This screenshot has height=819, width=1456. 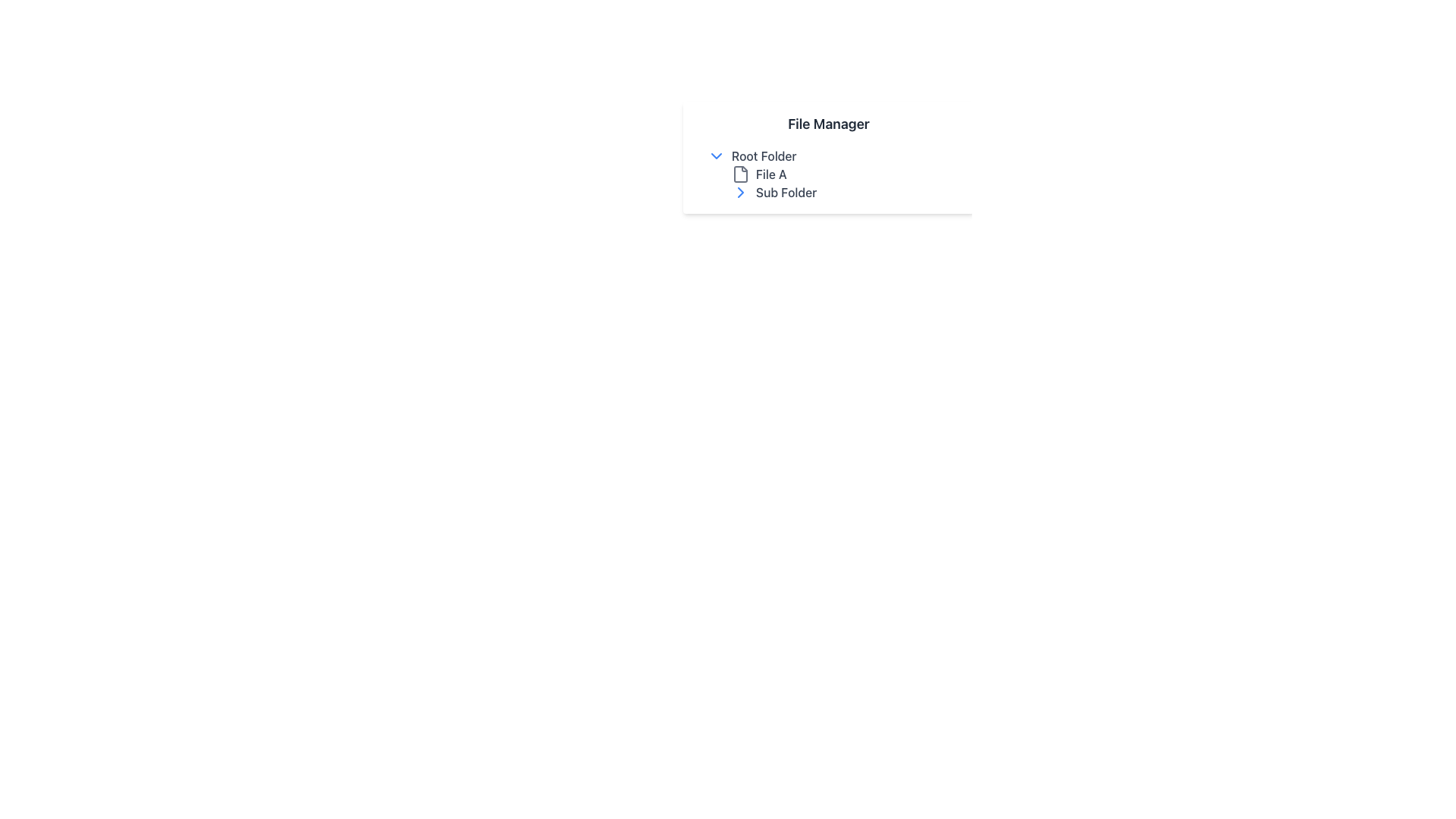 What do you see at coordinates (741, 174) in the screenshot?
I see `the lower part of the document icon for 'File A' in the file manager interface, which visually distinguishes 'File A' as a document` at bounding box center [741, 174].